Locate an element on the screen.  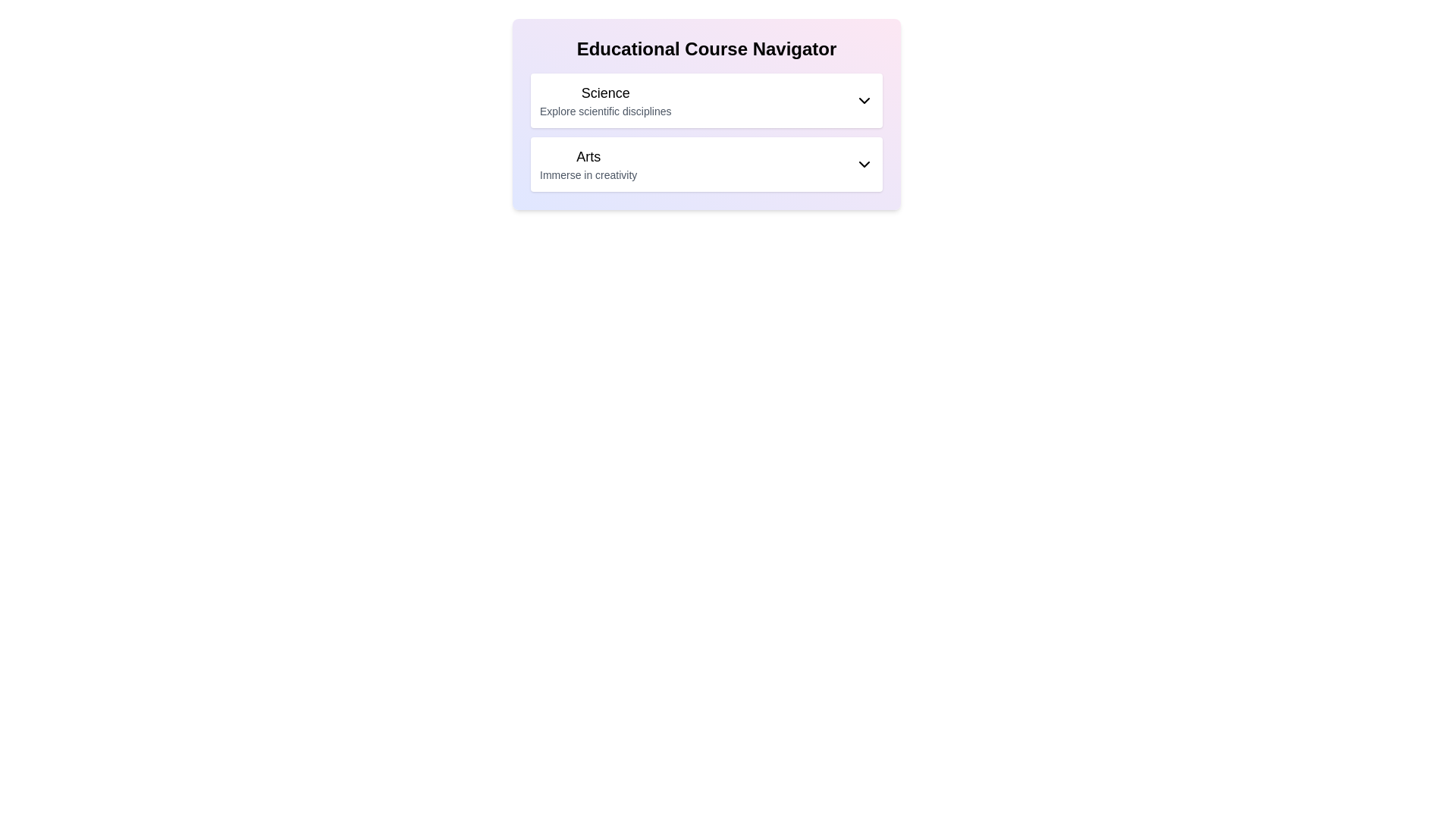
text label that says 'Explore scientific disciplines', which is styled in gray and positioned below the 'Science' heading in the Educational Course Navigator is located at coordinates (604, 110).